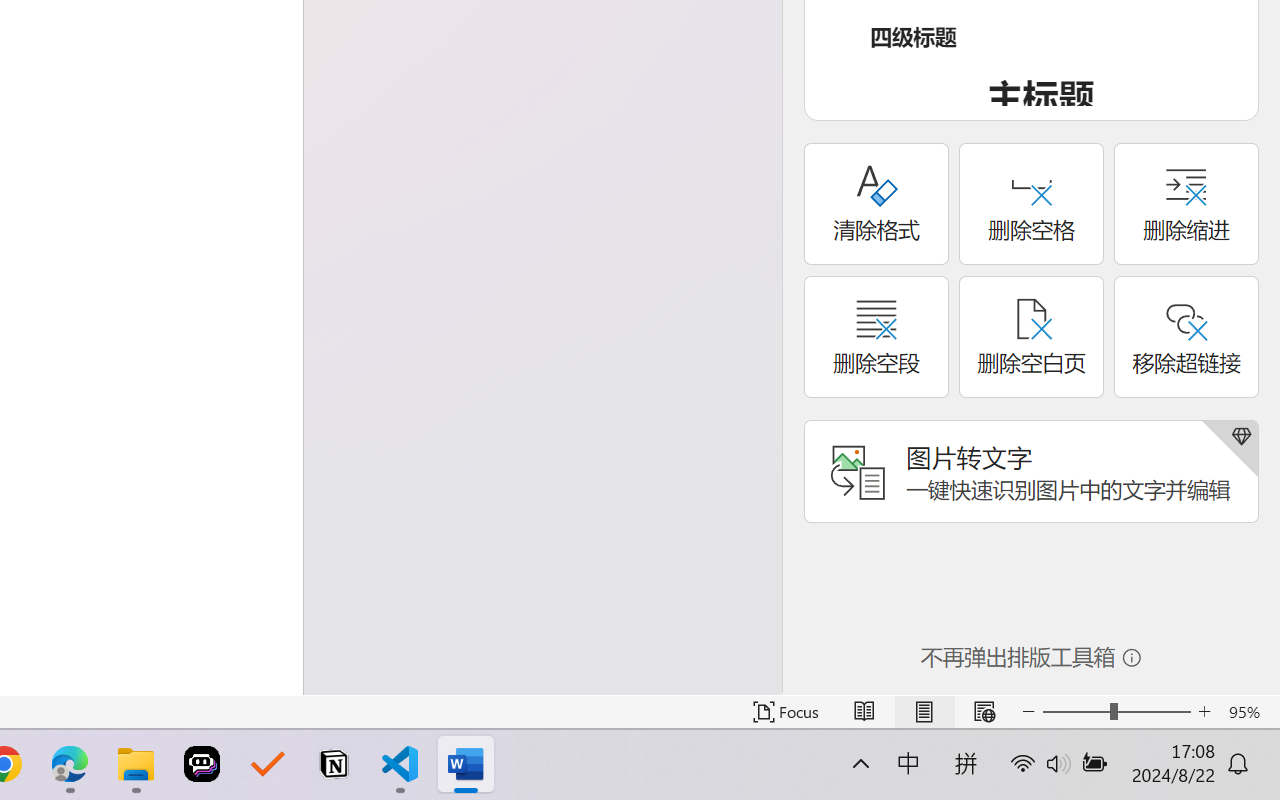  Describe the element at coordinates (1248, 711) in the screenshot. I see `'Zoom 95%'` at that location.